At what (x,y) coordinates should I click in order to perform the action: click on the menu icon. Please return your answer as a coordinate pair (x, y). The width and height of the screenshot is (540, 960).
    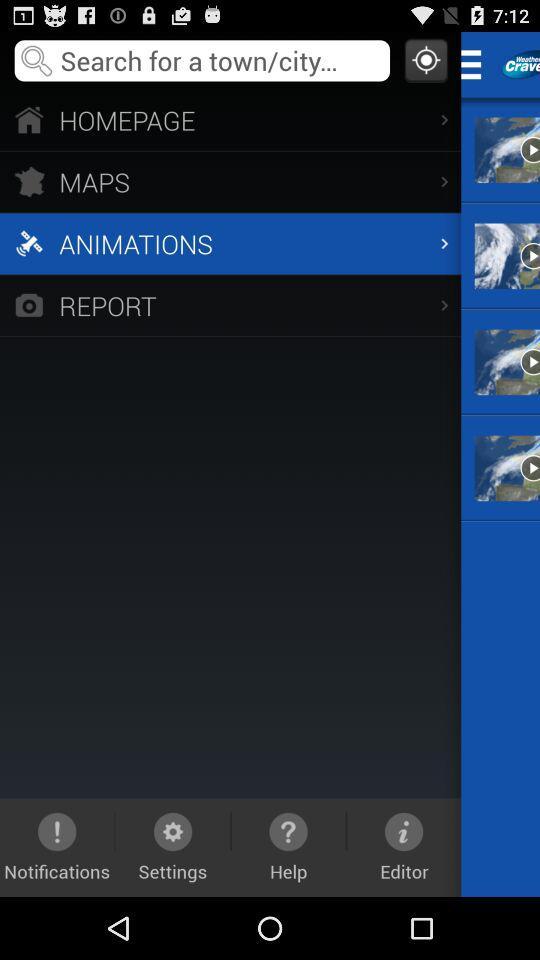
    Looking at the image, I should click on (476, 68).